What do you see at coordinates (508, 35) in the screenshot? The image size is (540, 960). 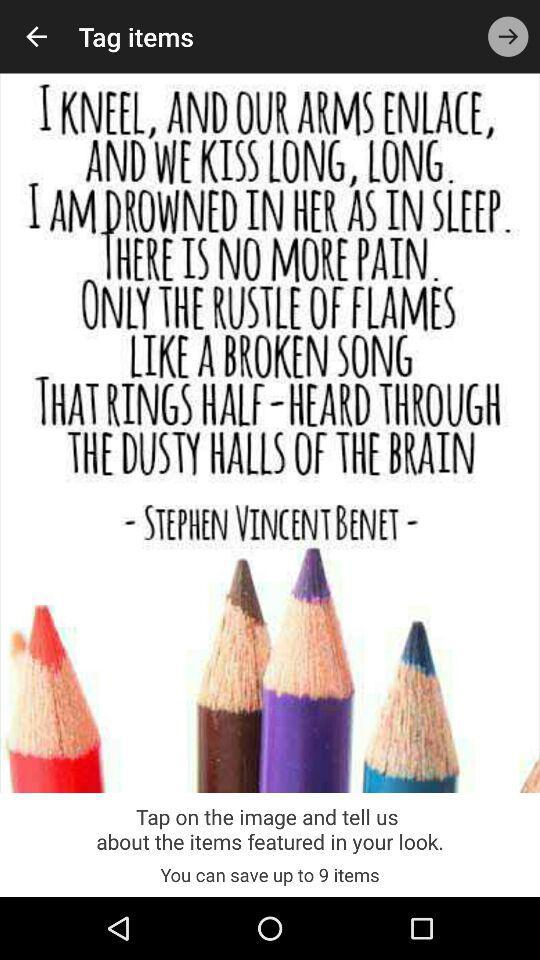 I see `item next to the tag items` at bounding box center [508, 35].